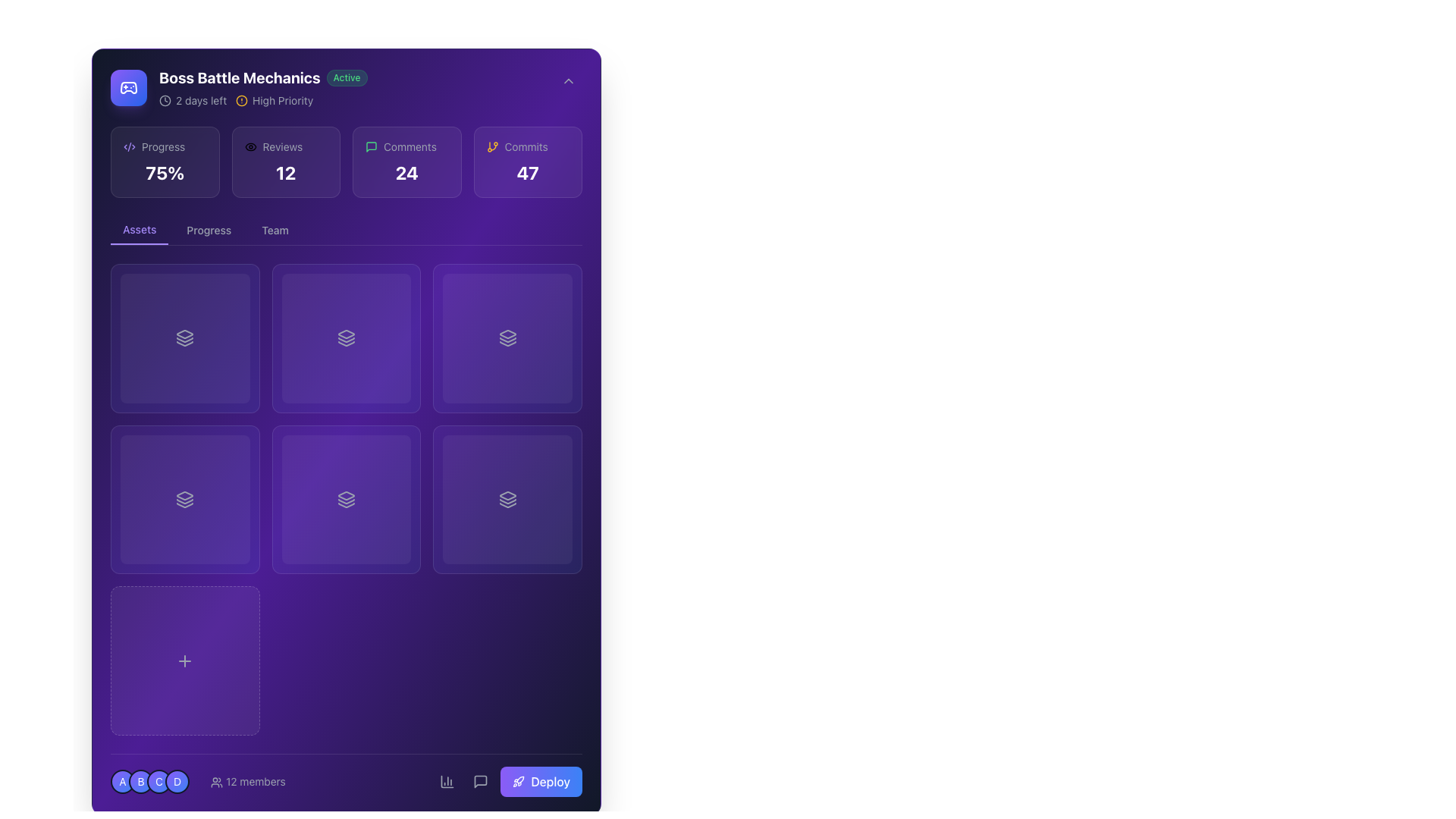  I want to click on the middle component of the three-layered icon in the second column and second row of a 3x3 grid layout, so click(345, 501).